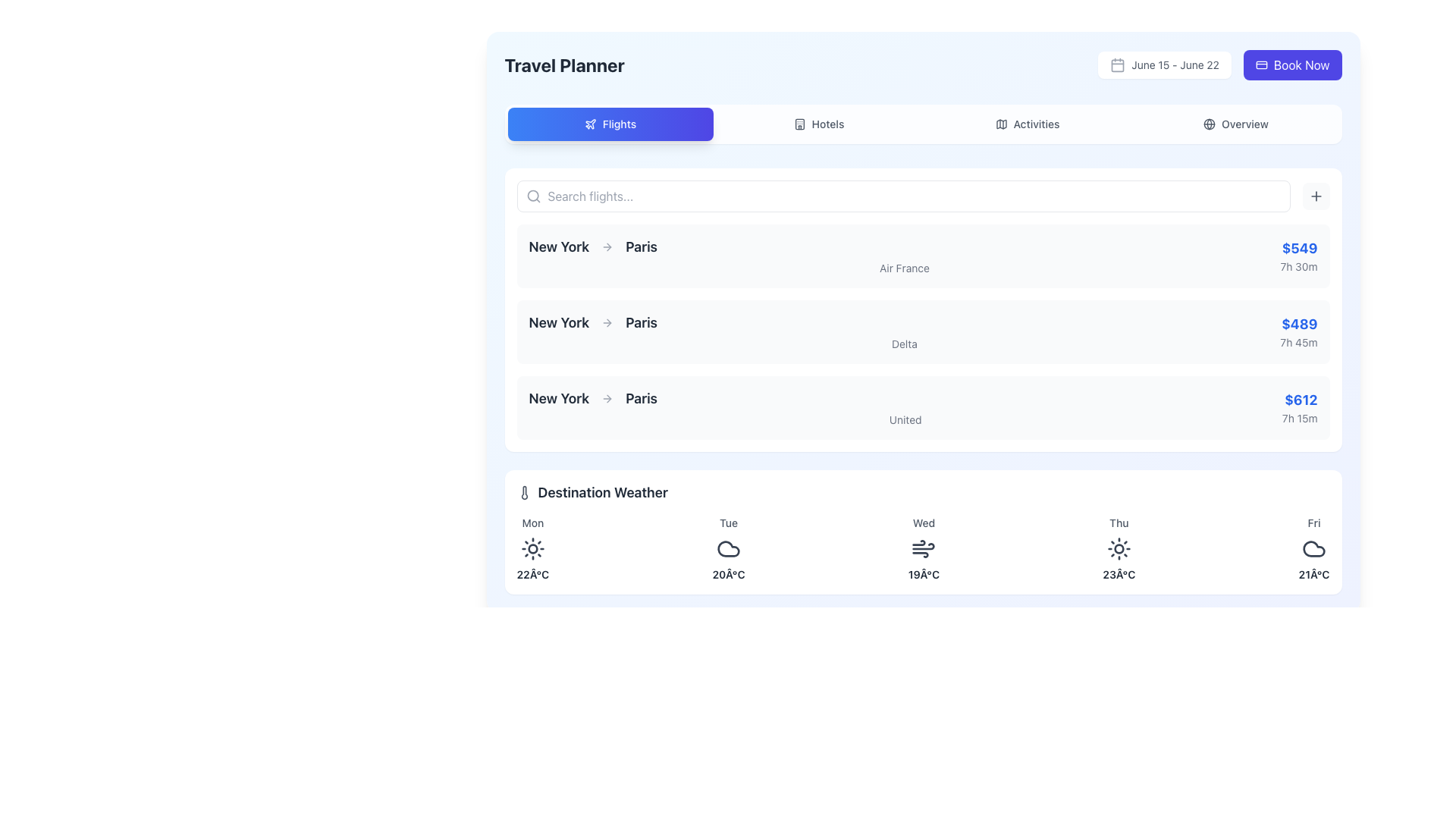 The height and width of the screenshot is (819, 1456). Describe the element at coordinates (533, 195) in the screenshot. I see `the gray circular magnifying glass icon located to the left of the search bar` at that location.